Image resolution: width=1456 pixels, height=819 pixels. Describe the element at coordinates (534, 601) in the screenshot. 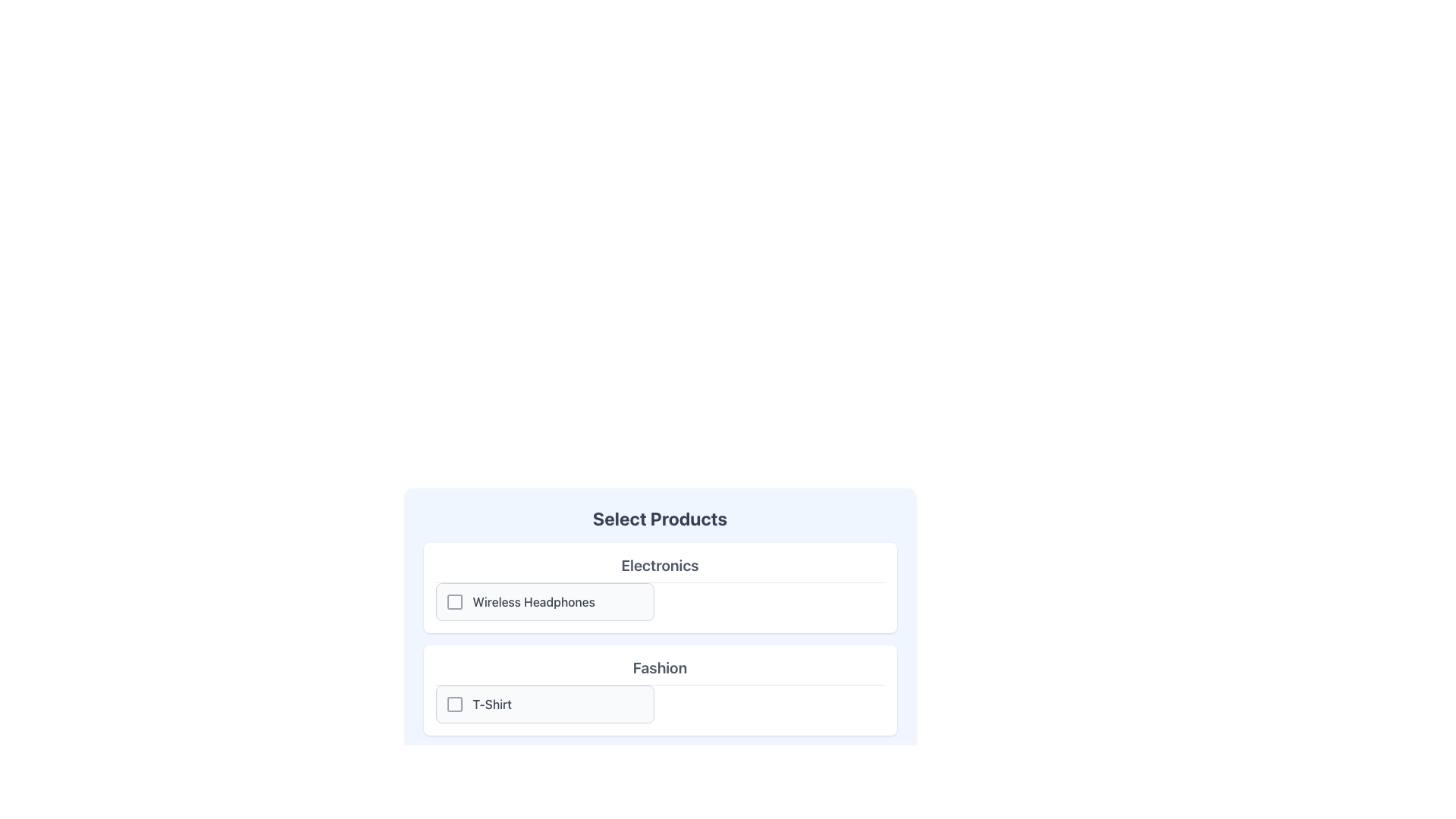

I see `the label 'Wireless Headphones' which serves as the product option in the 'Electronics' category` at that location.